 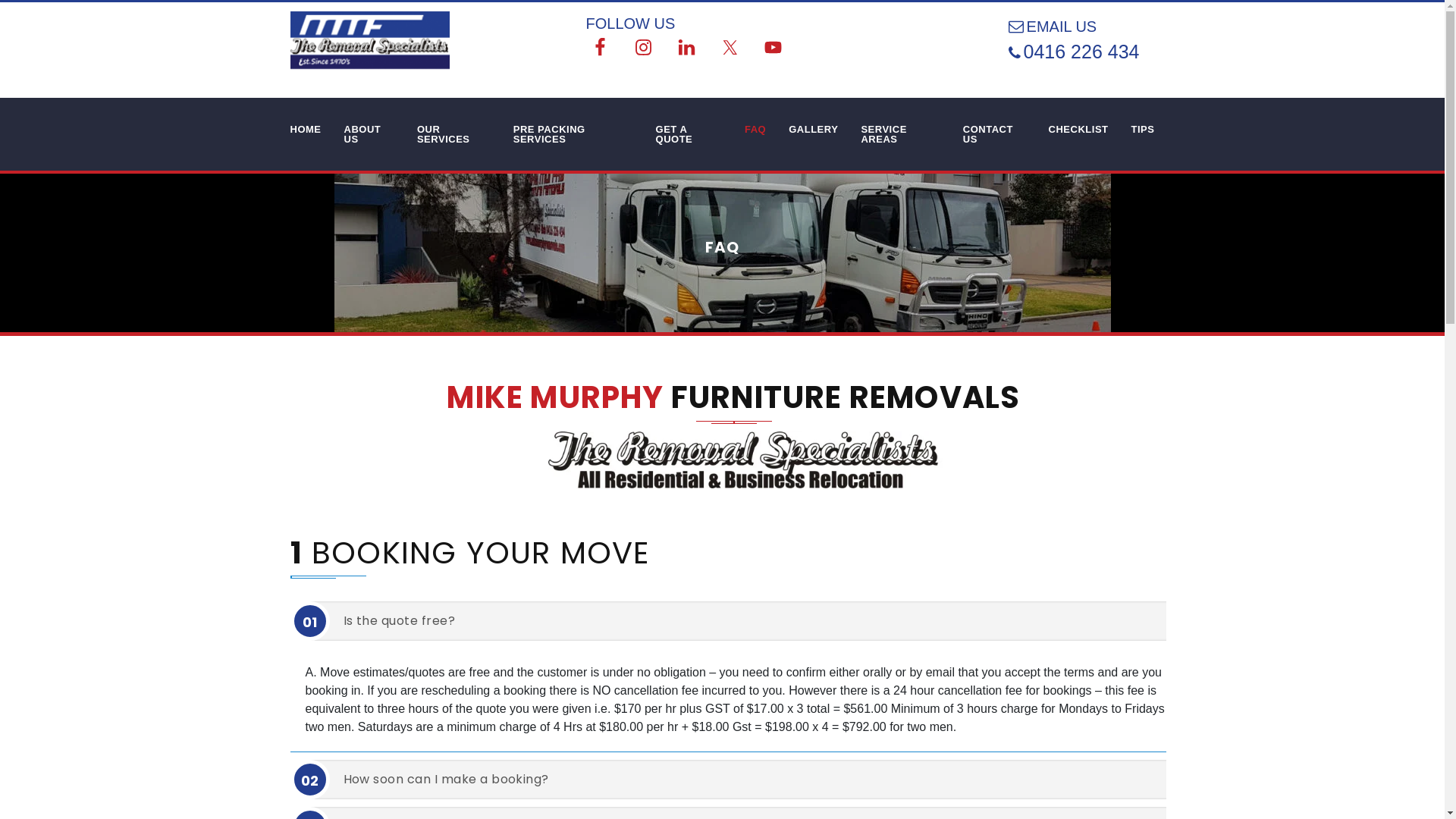 I want to click on 'OUR SERVICES', so click(x=405, y=133).